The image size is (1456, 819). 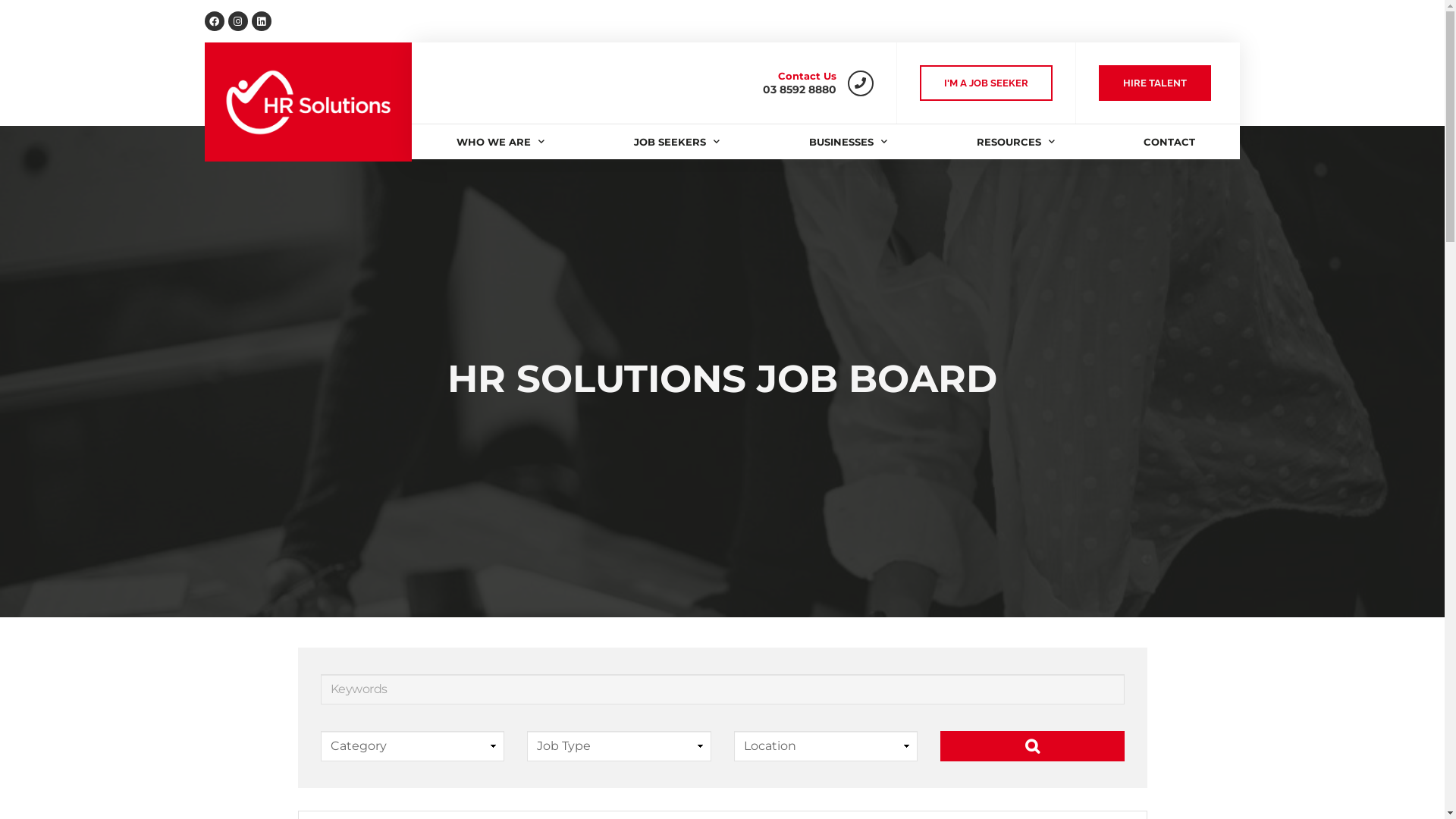 I want to click on 'WHO WE ARE', so click(x=500, y=141).